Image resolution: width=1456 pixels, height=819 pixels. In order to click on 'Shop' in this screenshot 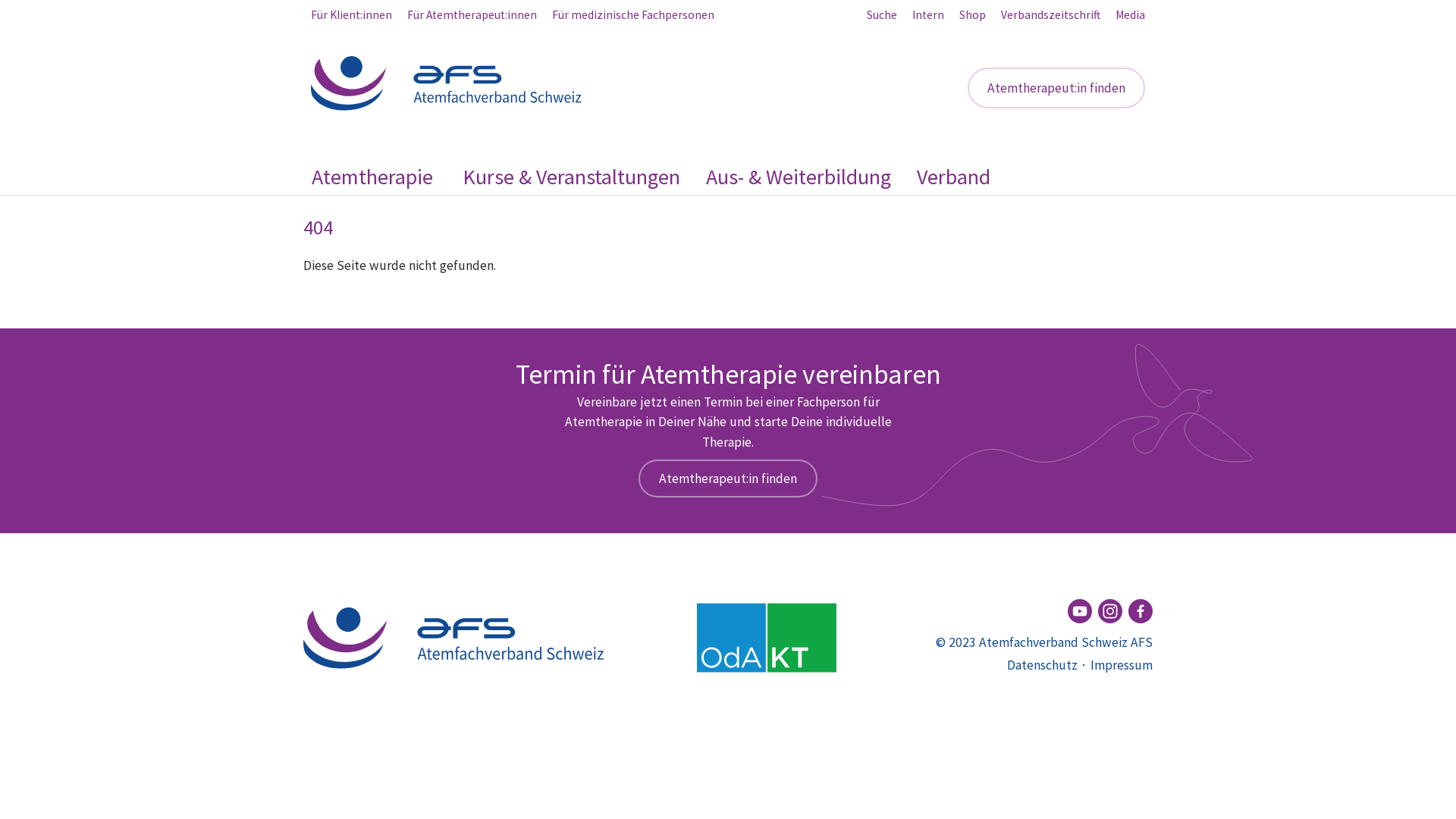, I will do `click(959, 14)`.